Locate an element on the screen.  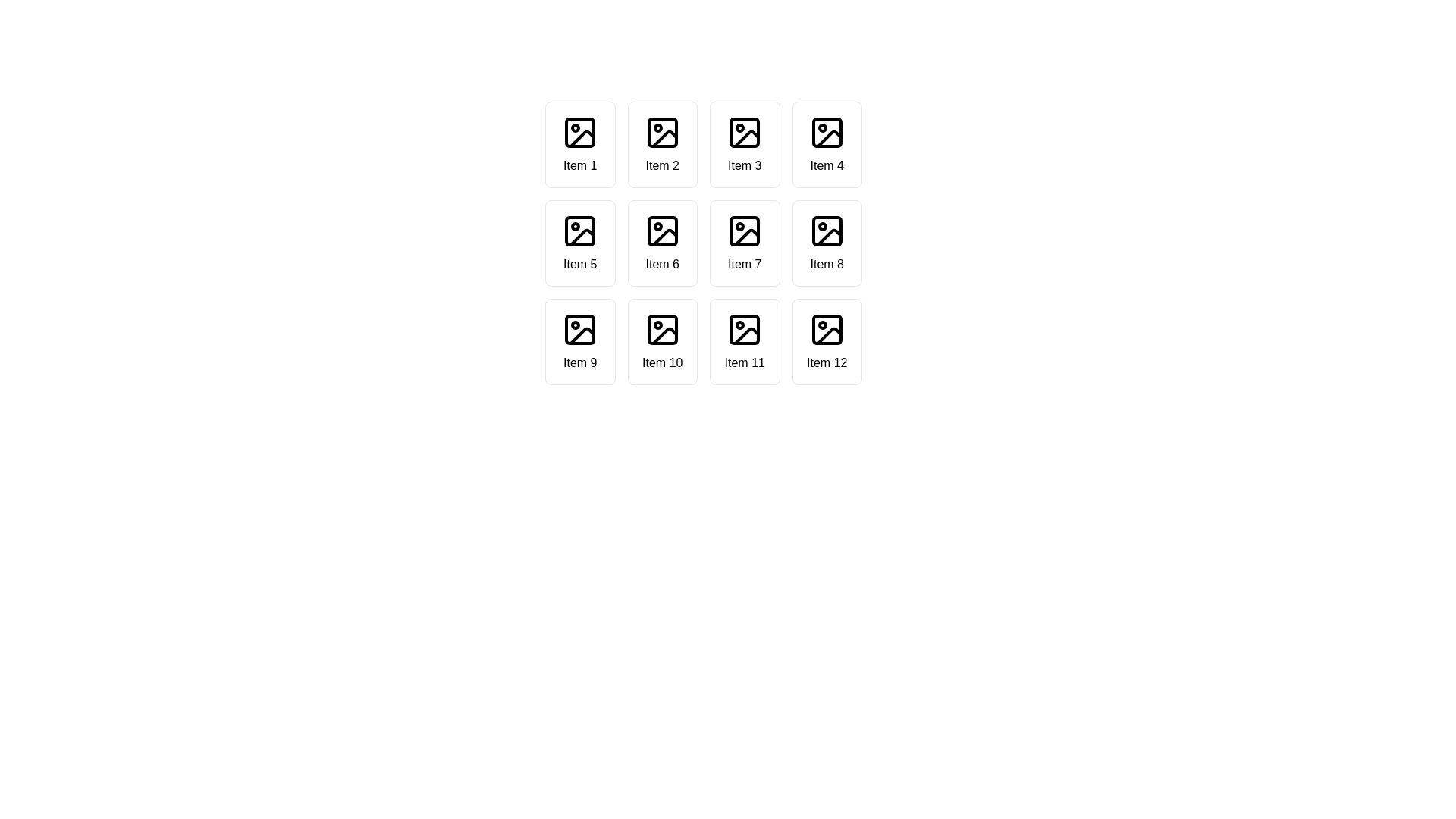
the Card UI component representing 'Item 12', which is the last item in a grid layout located in the fourth column of the fourth row is located at coordinates (826, 342).